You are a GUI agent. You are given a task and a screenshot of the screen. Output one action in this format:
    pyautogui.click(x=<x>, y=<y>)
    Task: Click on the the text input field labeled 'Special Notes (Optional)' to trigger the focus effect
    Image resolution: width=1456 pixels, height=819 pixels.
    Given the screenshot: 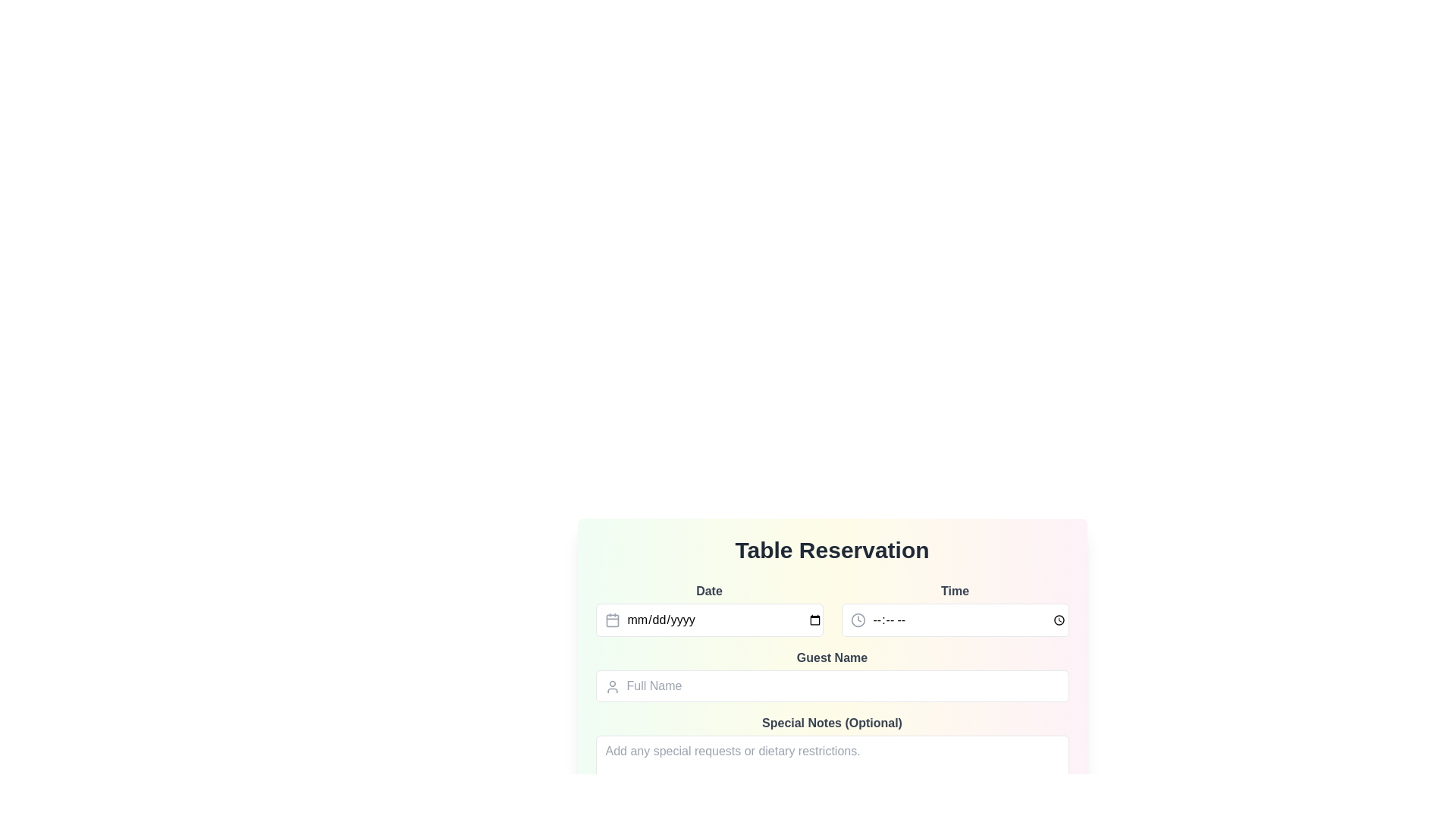 What is the action you would take?
    pyautogui.click(x=831, y=752)
    